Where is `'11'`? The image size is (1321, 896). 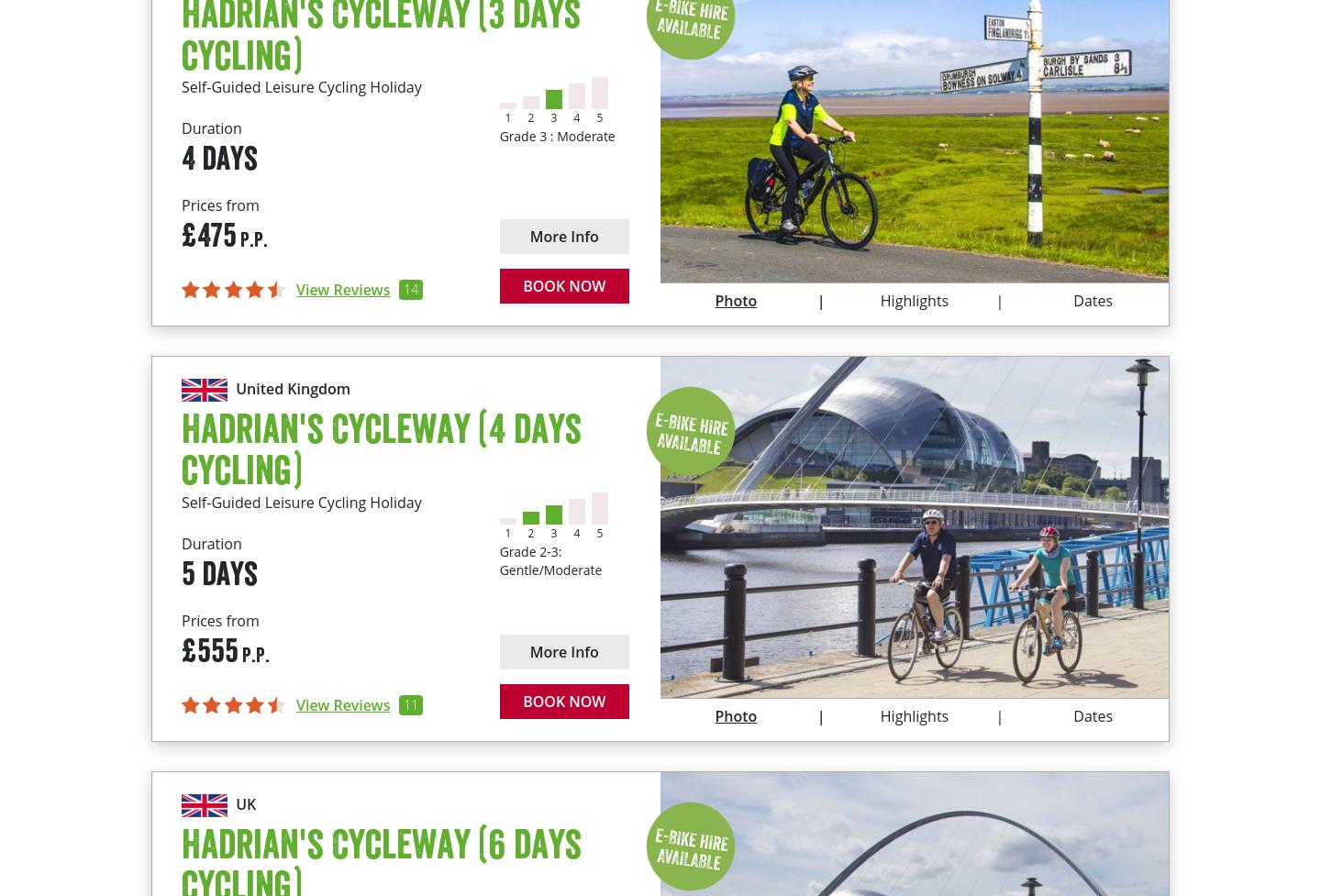
'11' is located at coordinates (404, 703).